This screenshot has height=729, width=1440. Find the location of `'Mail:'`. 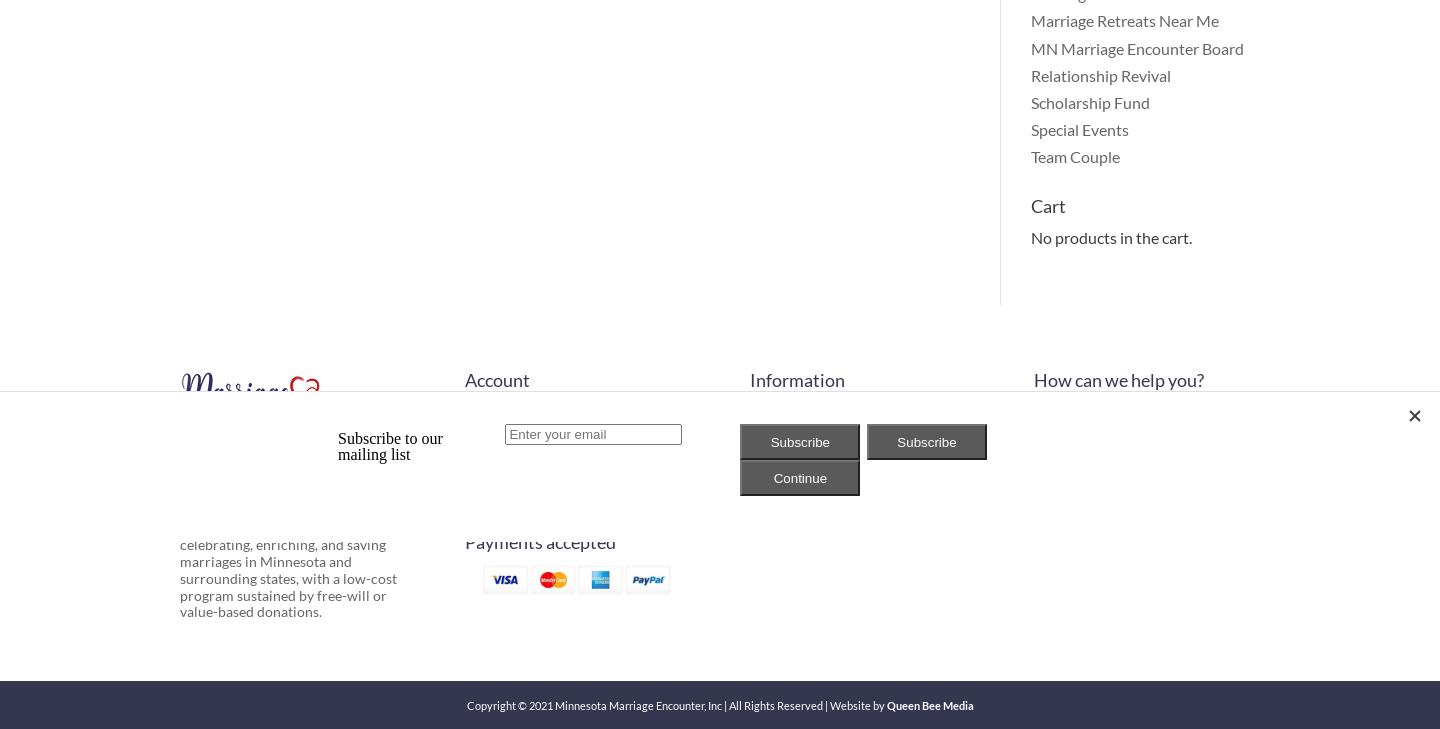

'Mail:' is located at coordinates (1050, 439).